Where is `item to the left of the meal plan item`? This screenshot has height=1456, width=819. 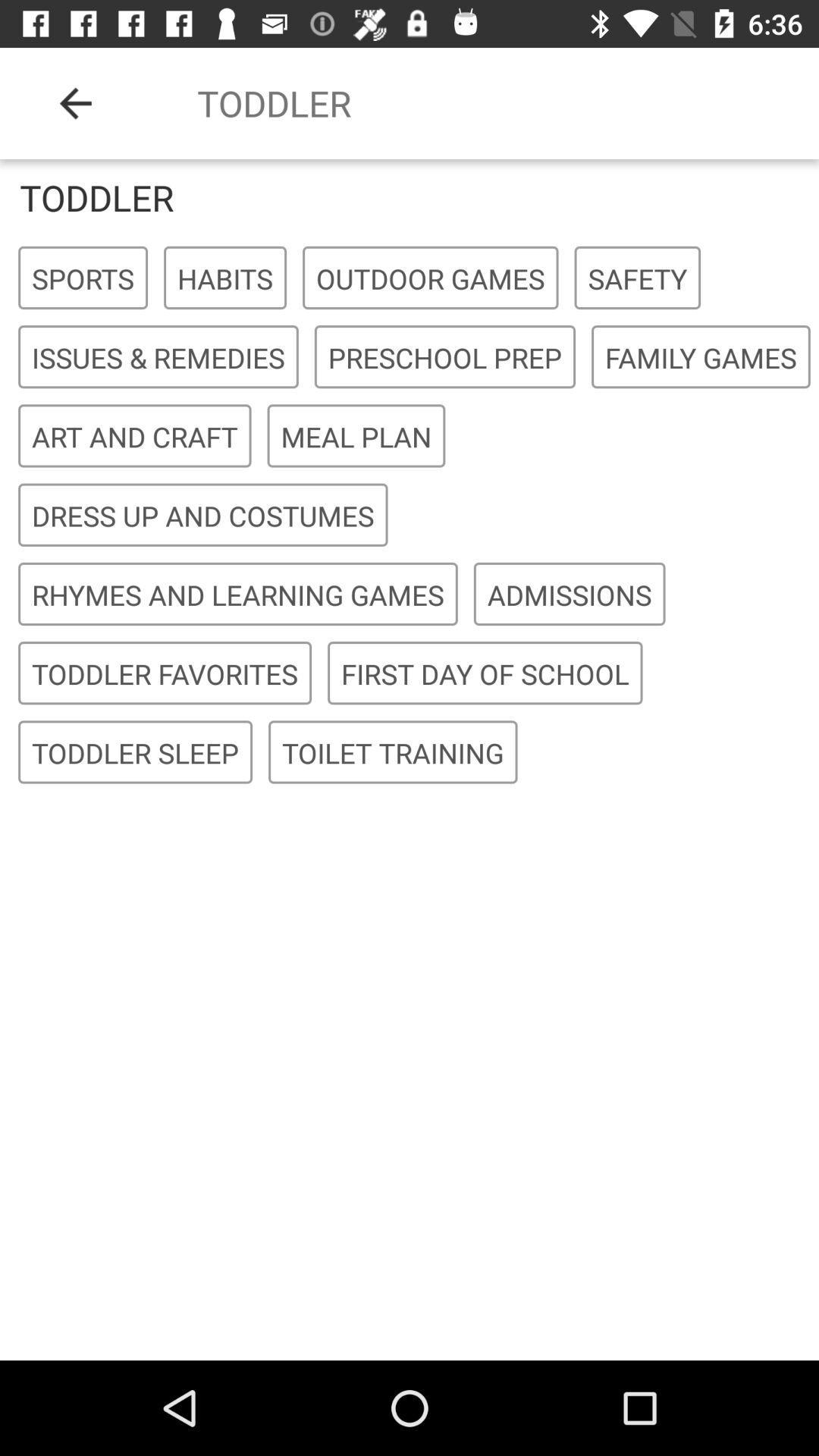 item to the left of the meal plan item is located at coordinates (133, 436).